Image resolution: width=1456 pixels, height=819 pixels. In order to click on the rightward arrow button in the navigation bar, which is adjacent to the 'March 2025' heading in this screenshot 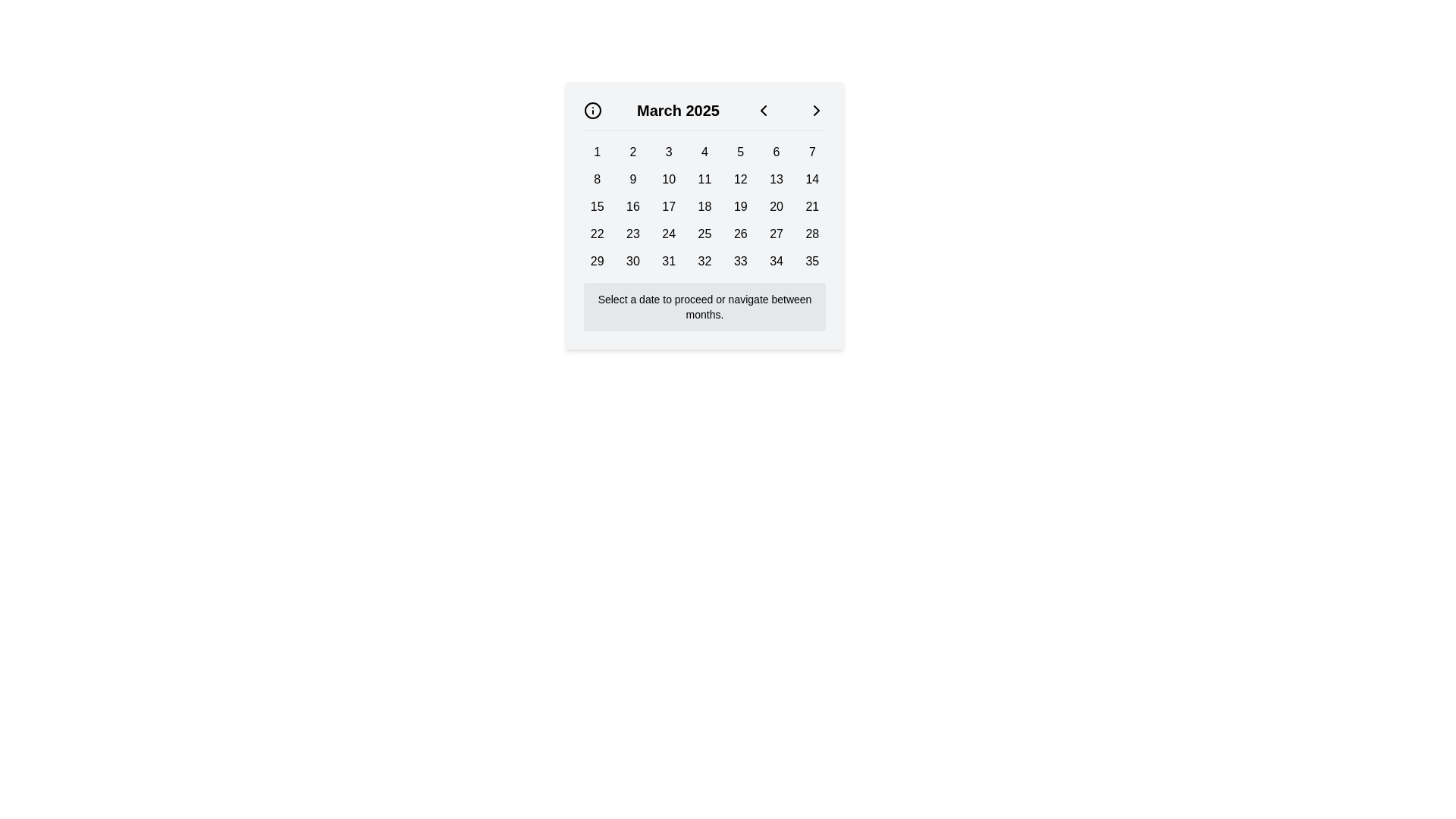, I will do `click(815, 110)`.